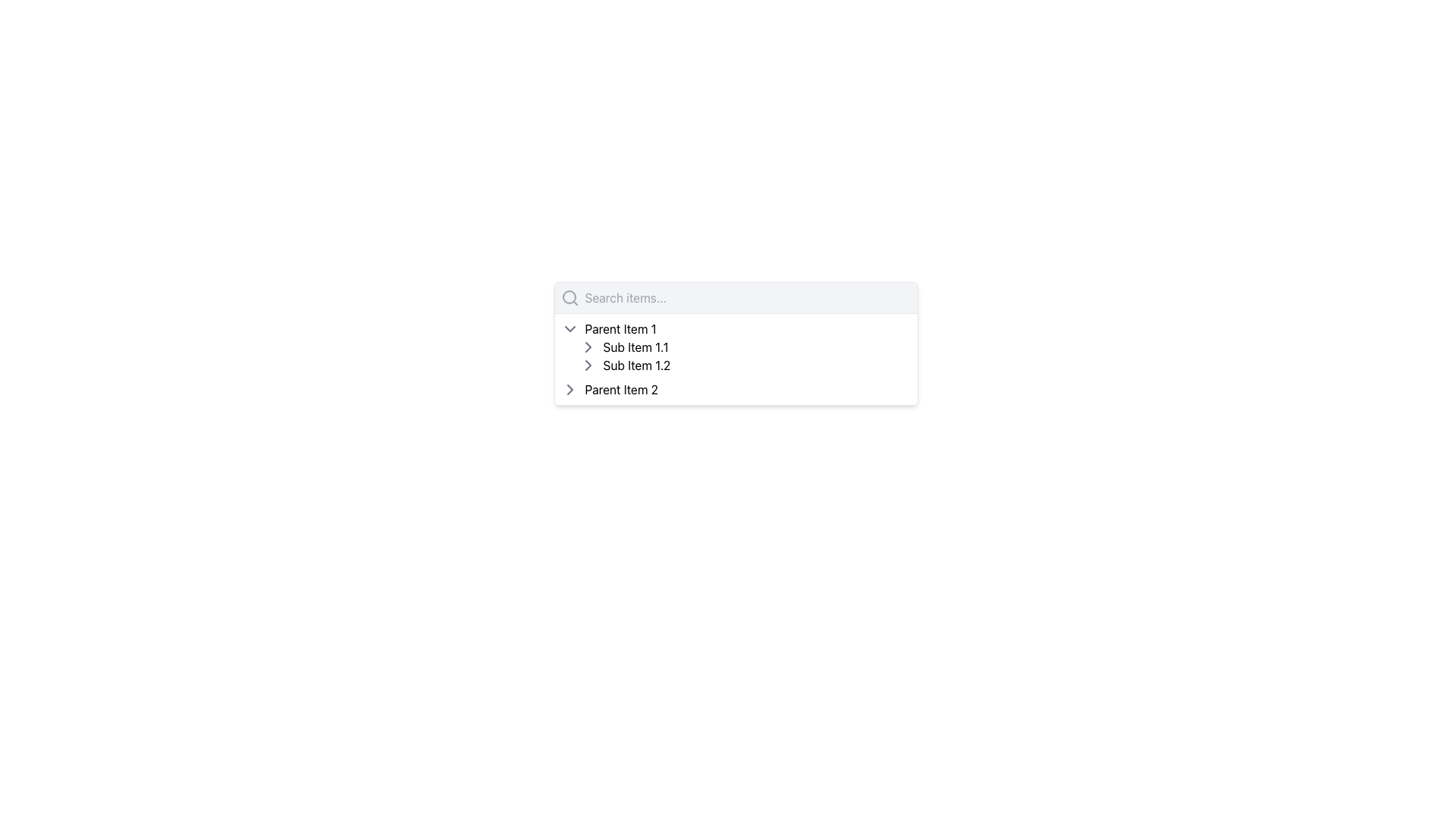  What do you see at coordinates (736, 344) in the screenshot?
I see `the Searchable Hierarchical List located centrally beneath the search bar` at bounding box center [736, 344].